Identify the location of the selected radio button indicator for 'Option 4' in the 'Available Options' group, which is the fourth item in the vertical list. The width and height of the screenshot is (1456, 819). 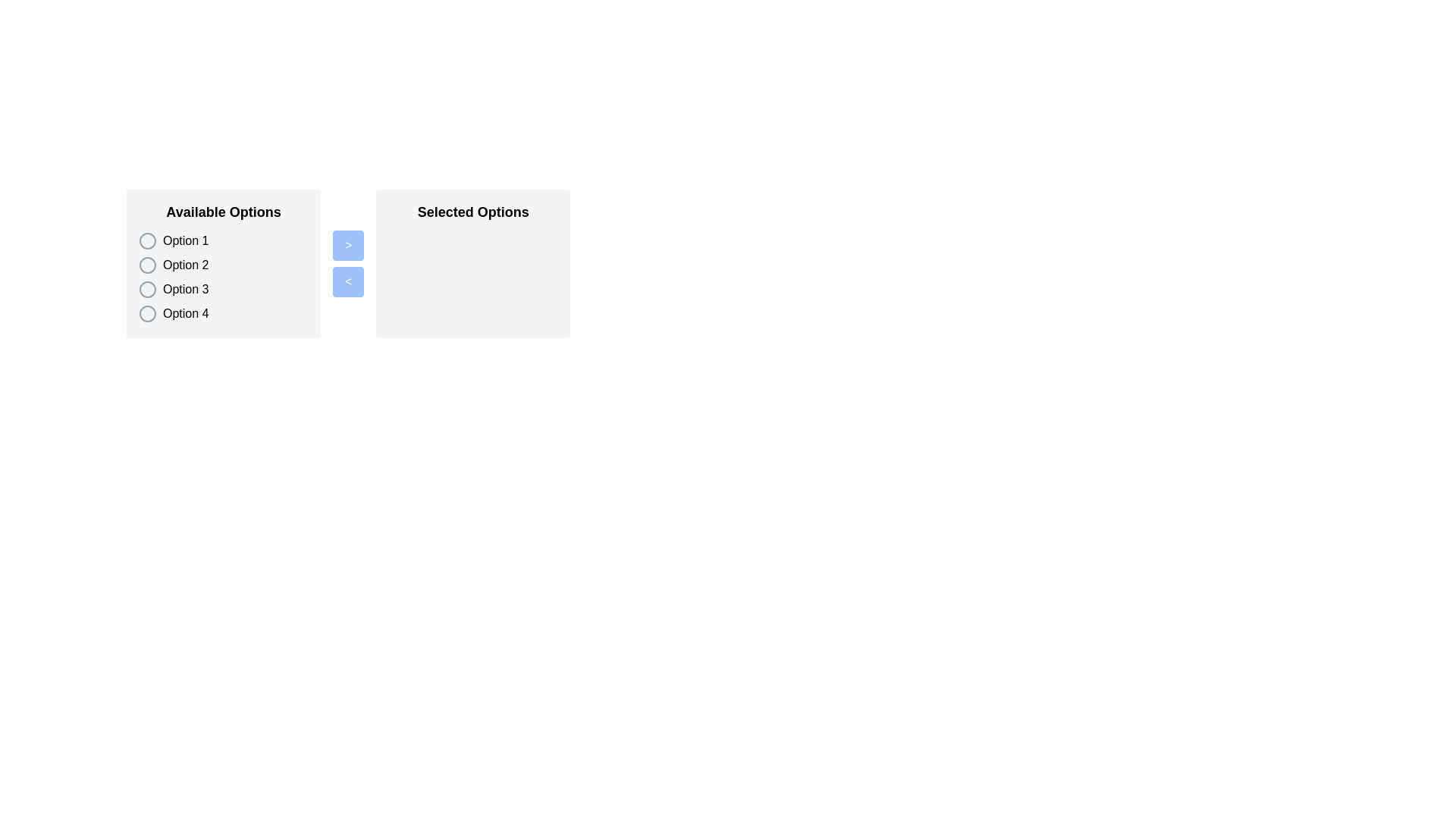
(148, 312).